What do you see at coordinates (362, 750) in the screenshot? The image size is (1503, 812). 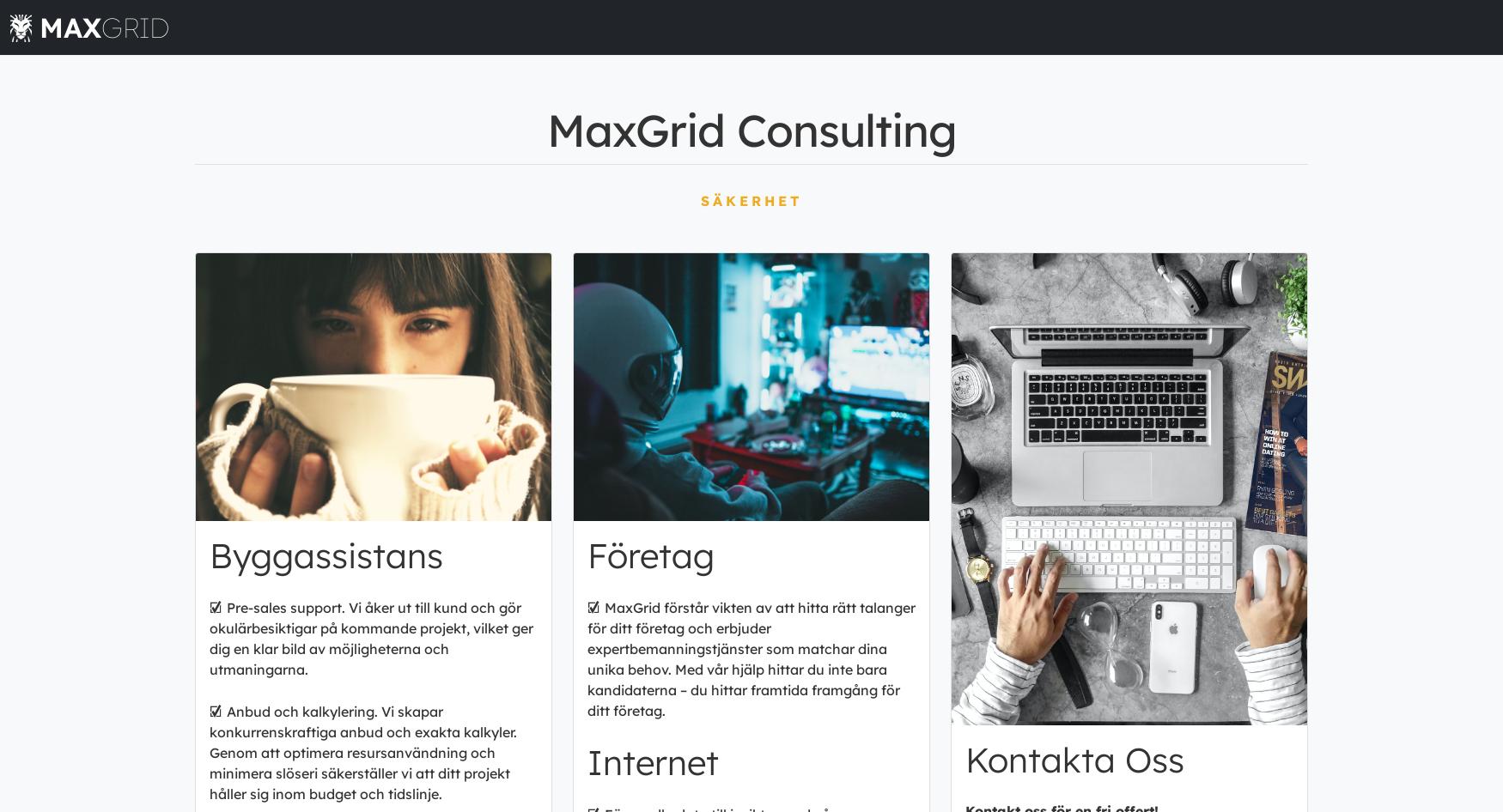 I see `'Anbud och kalkylering. Vi skapar konkurrenskraftiga anbud och exakta kalkyler. Genom att optimera resursanvändning och minimera slöseri säkerställer vi att ditt projekt håller sig inom budget och tidslinje.'` at bounding box center [362, 750].